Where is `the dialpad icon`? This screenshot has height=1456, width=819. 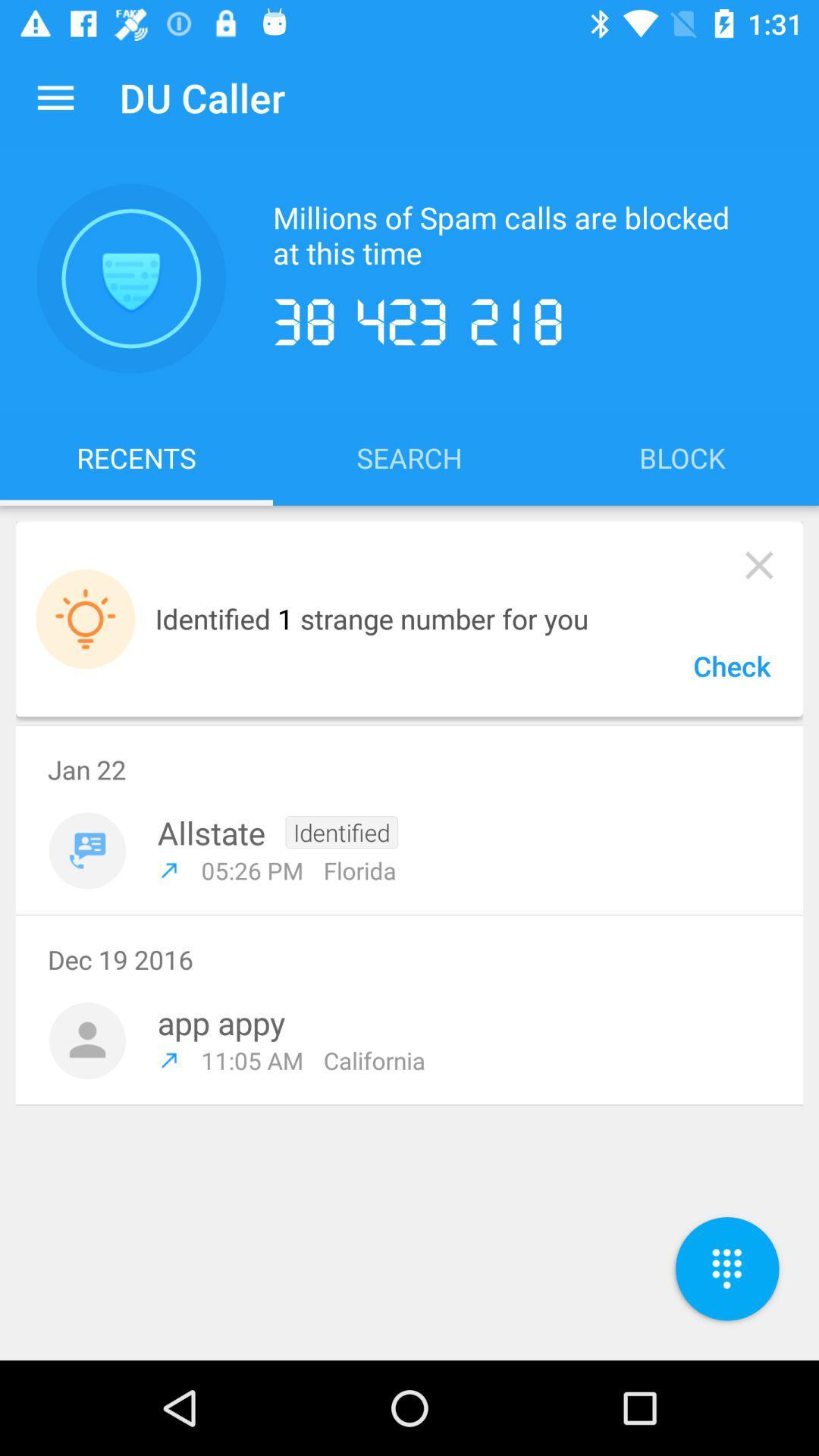
the dialpad icon is located at coordinates (726, 1269).